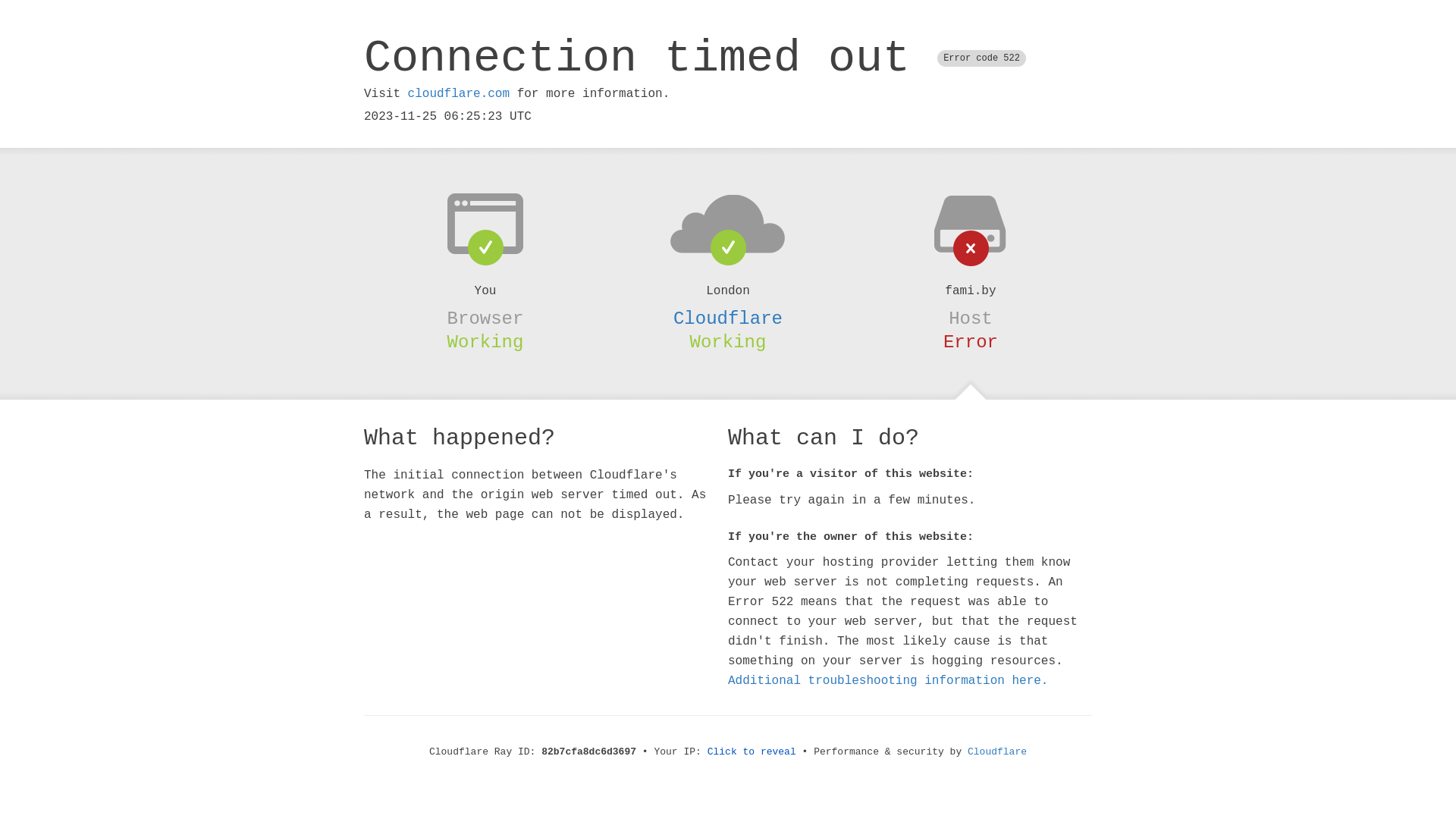 The image size is (1456, 819). What do you see at coordinates (888, 680) in the screenshot?
I see `'Additional troubleshooting information here.'` at bounding box center [888, 680].